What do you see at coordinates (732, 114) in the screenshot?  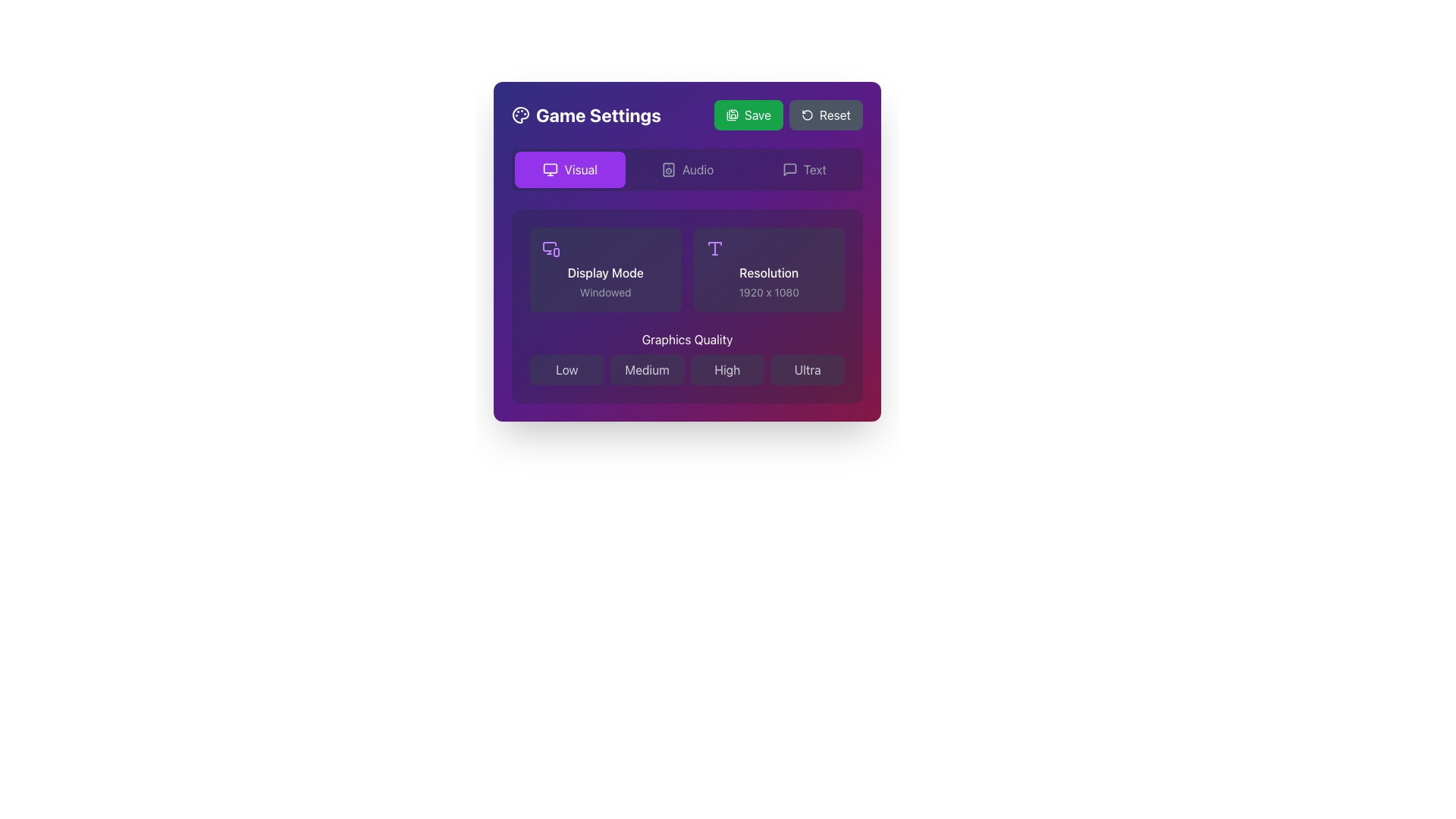 I see `the save icon, which has a green background and is located to the left of the 'Save' text` at bounding box center [732, 114].